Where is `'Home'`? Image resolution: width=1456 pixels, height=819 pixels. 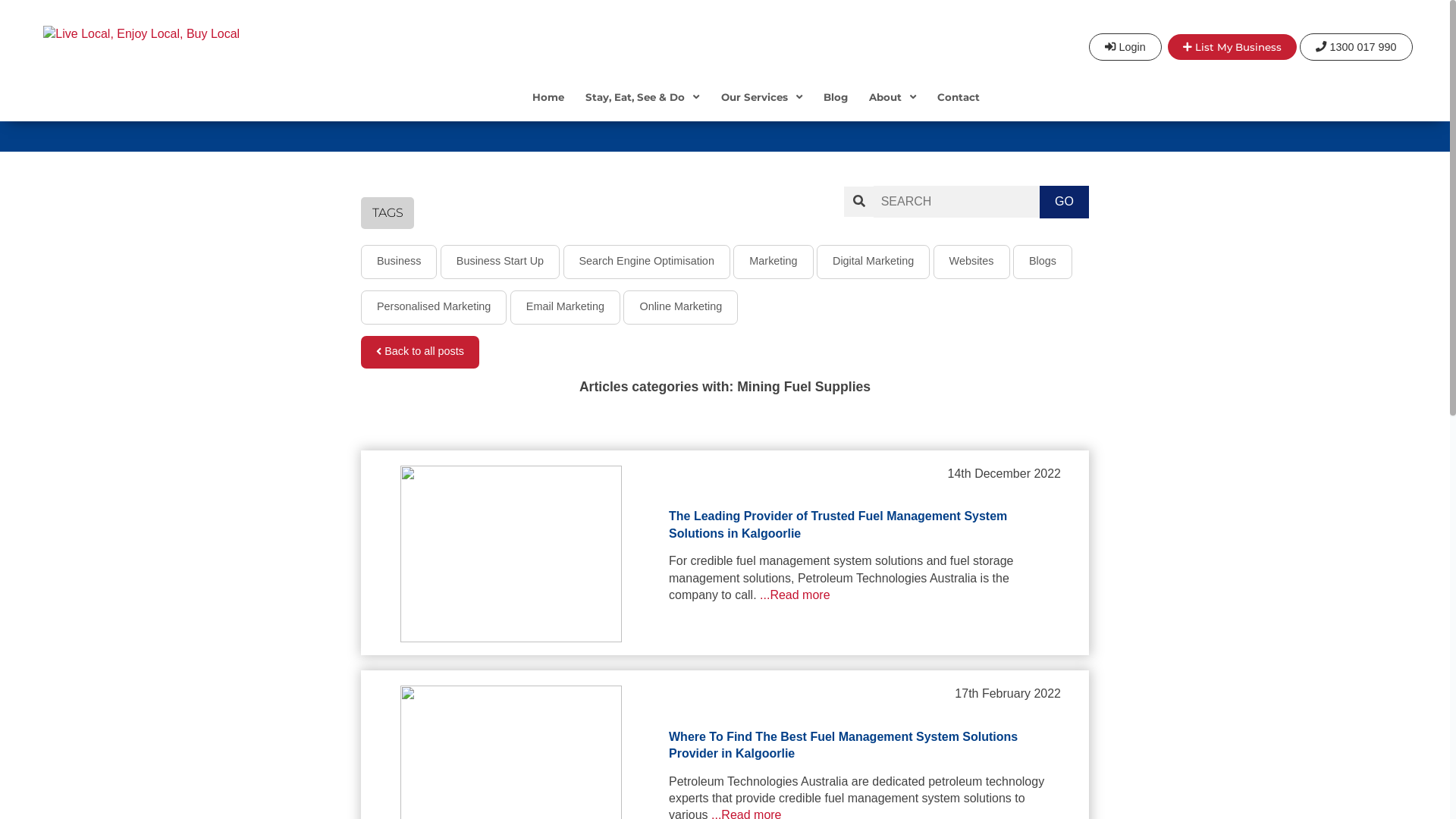
'Home' is located at coordinates (548, 107).